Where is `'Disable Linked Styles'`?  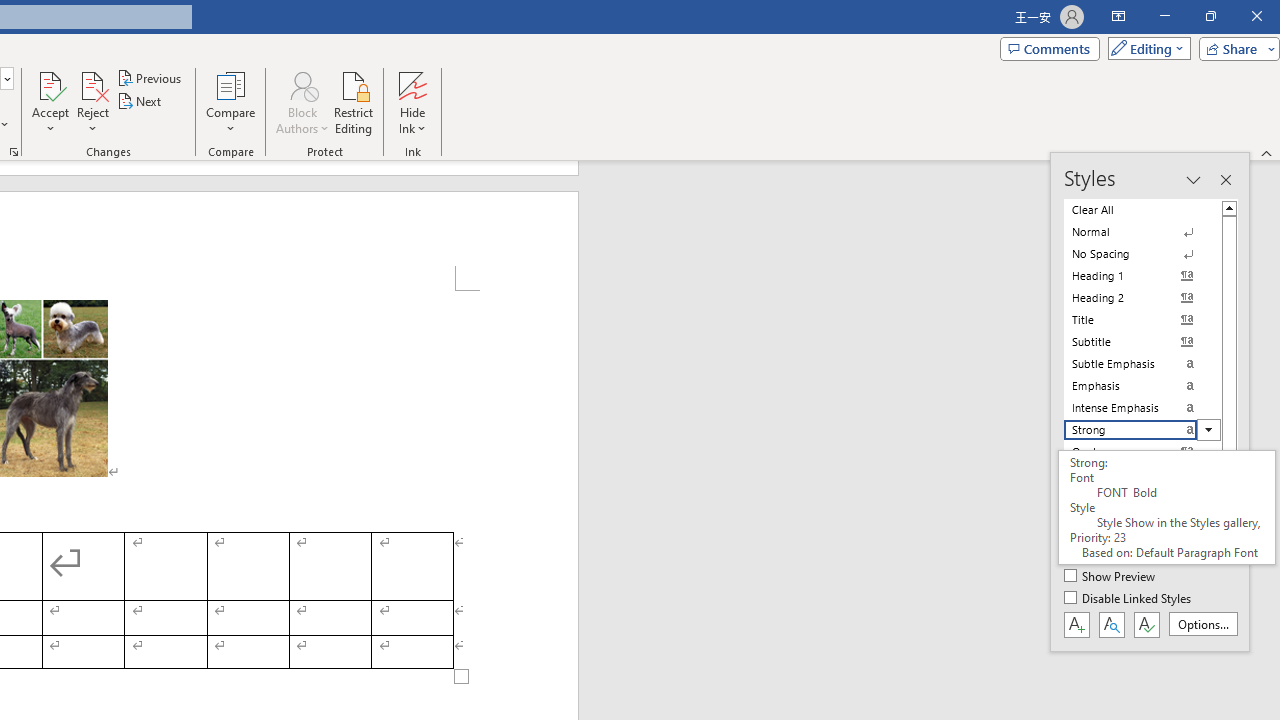
'Disable Linked Styles' is located at coordinates (1129, 598).